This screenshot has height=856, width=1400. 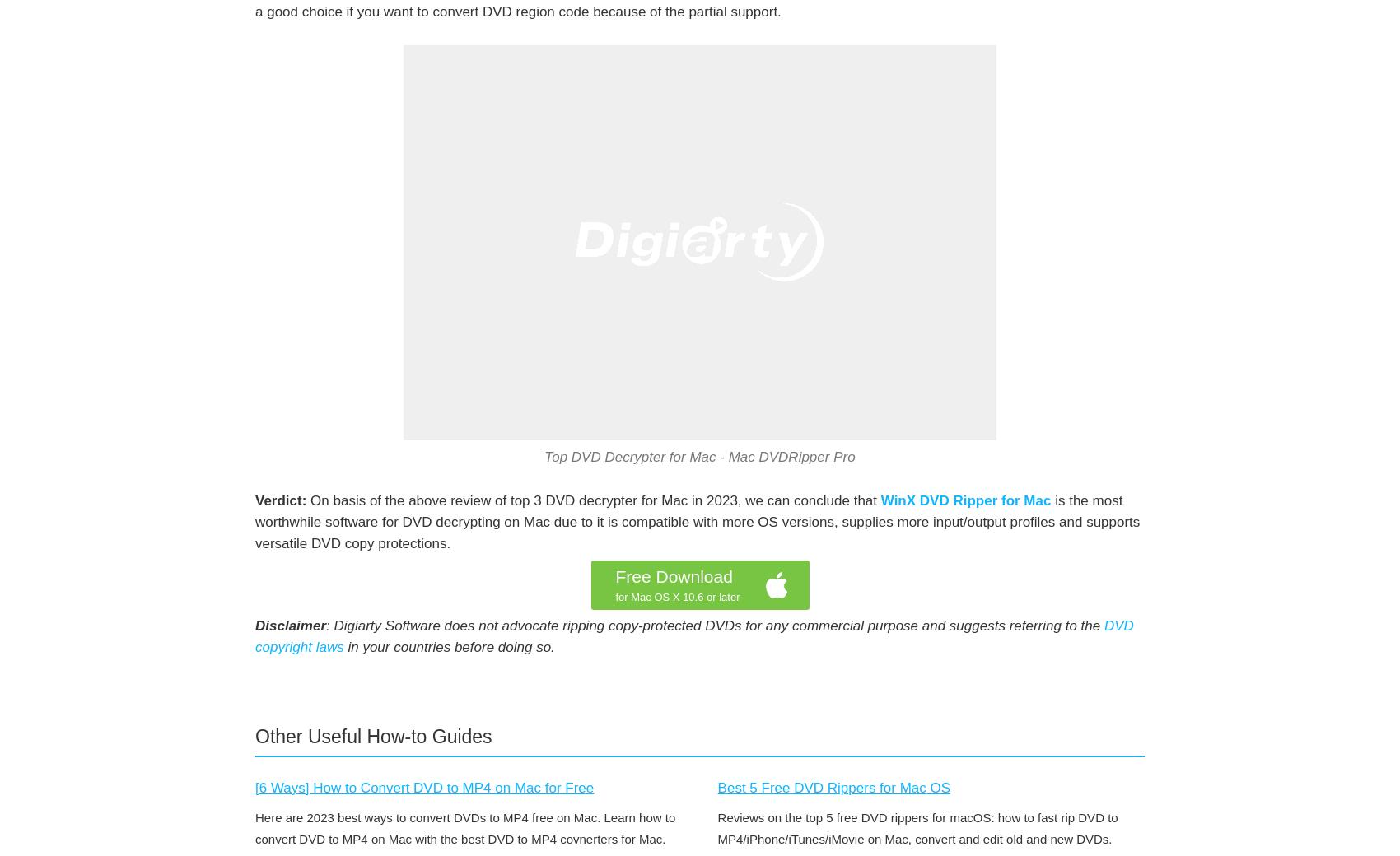 I want to click on 'Verdict:', so click(x=255, y=500).